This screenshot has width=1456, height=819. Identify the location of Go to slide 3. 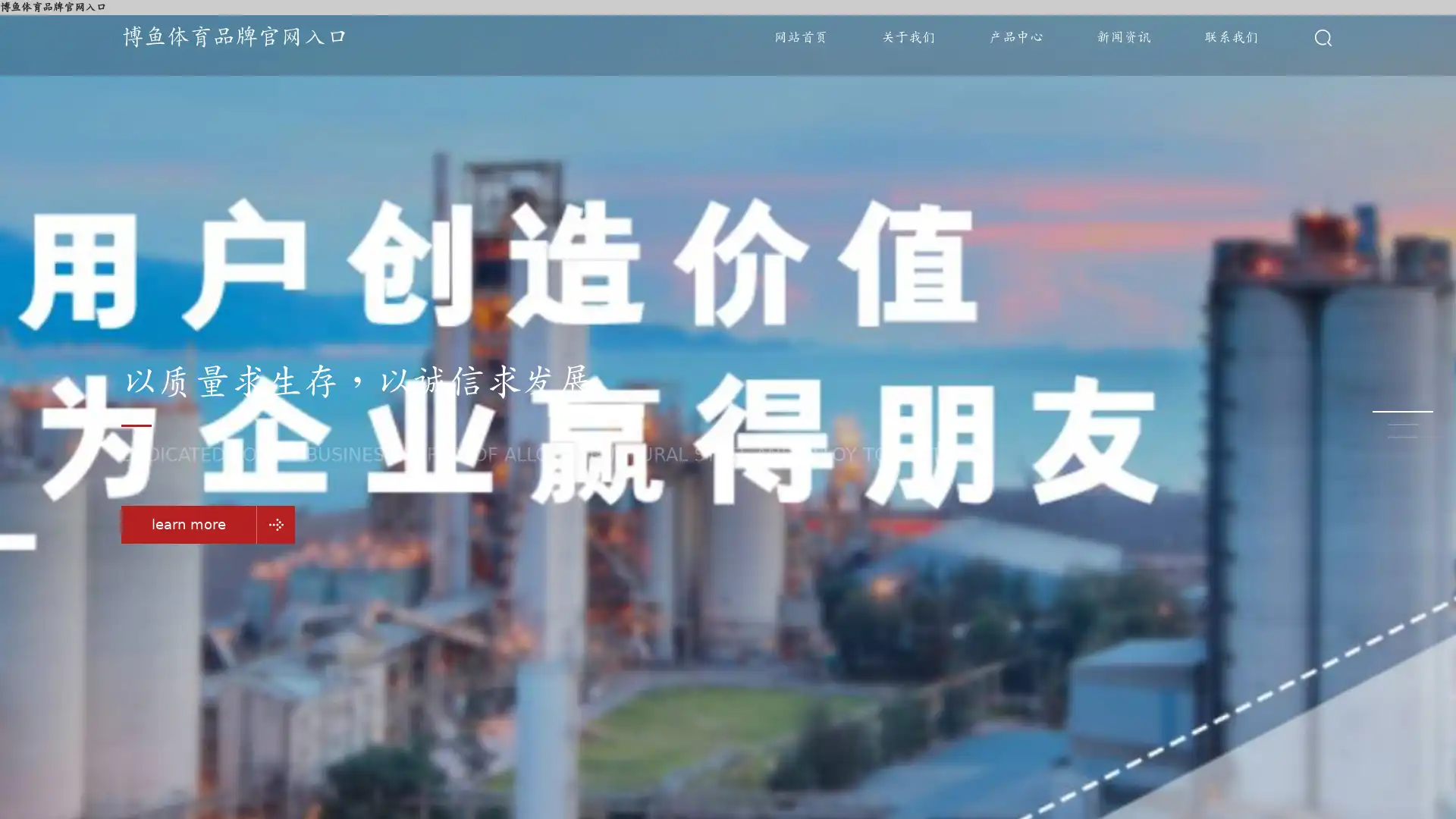
(1401, 438).